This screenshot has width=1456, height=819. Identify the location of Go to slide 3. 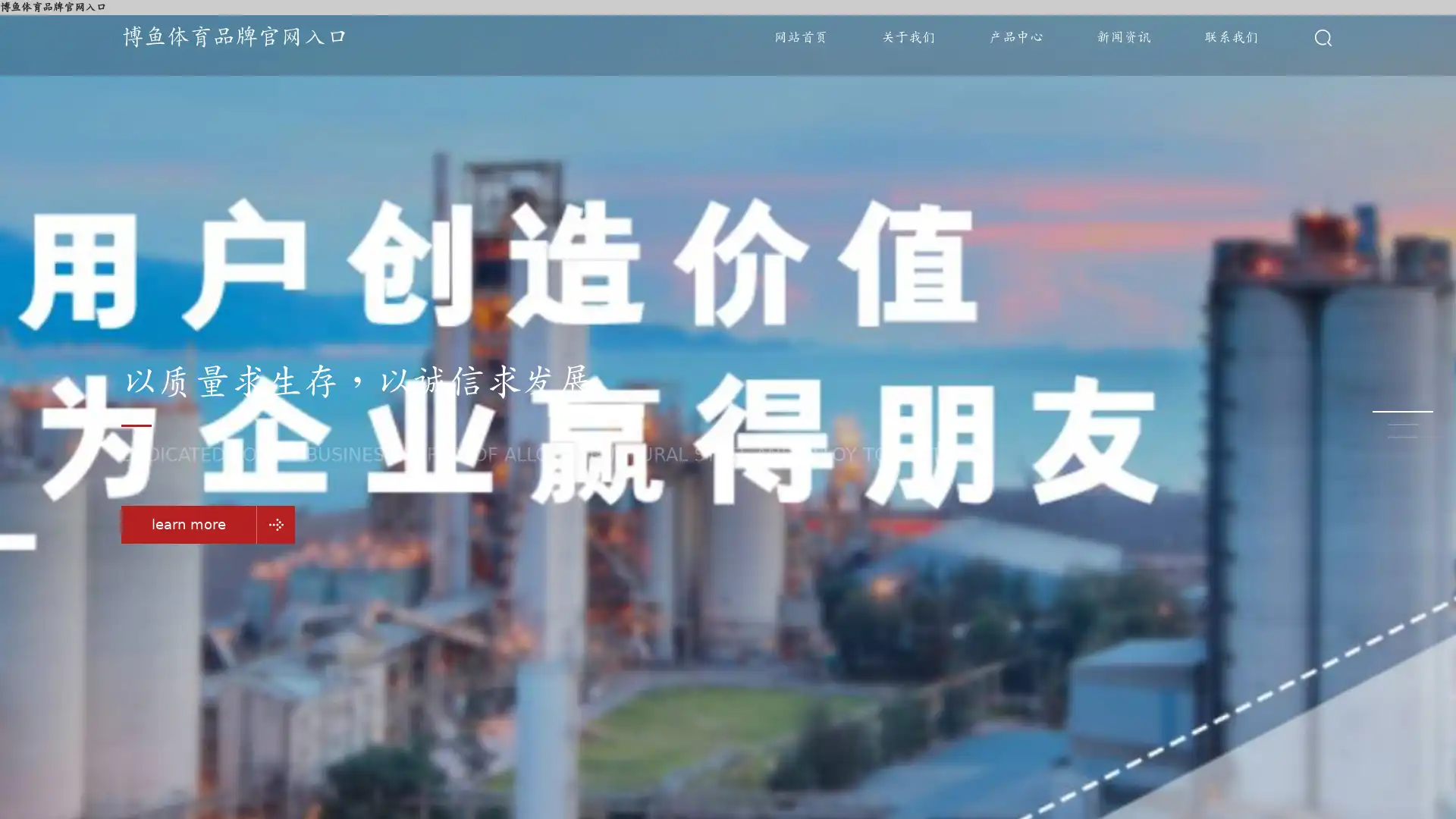
(1401, 438).